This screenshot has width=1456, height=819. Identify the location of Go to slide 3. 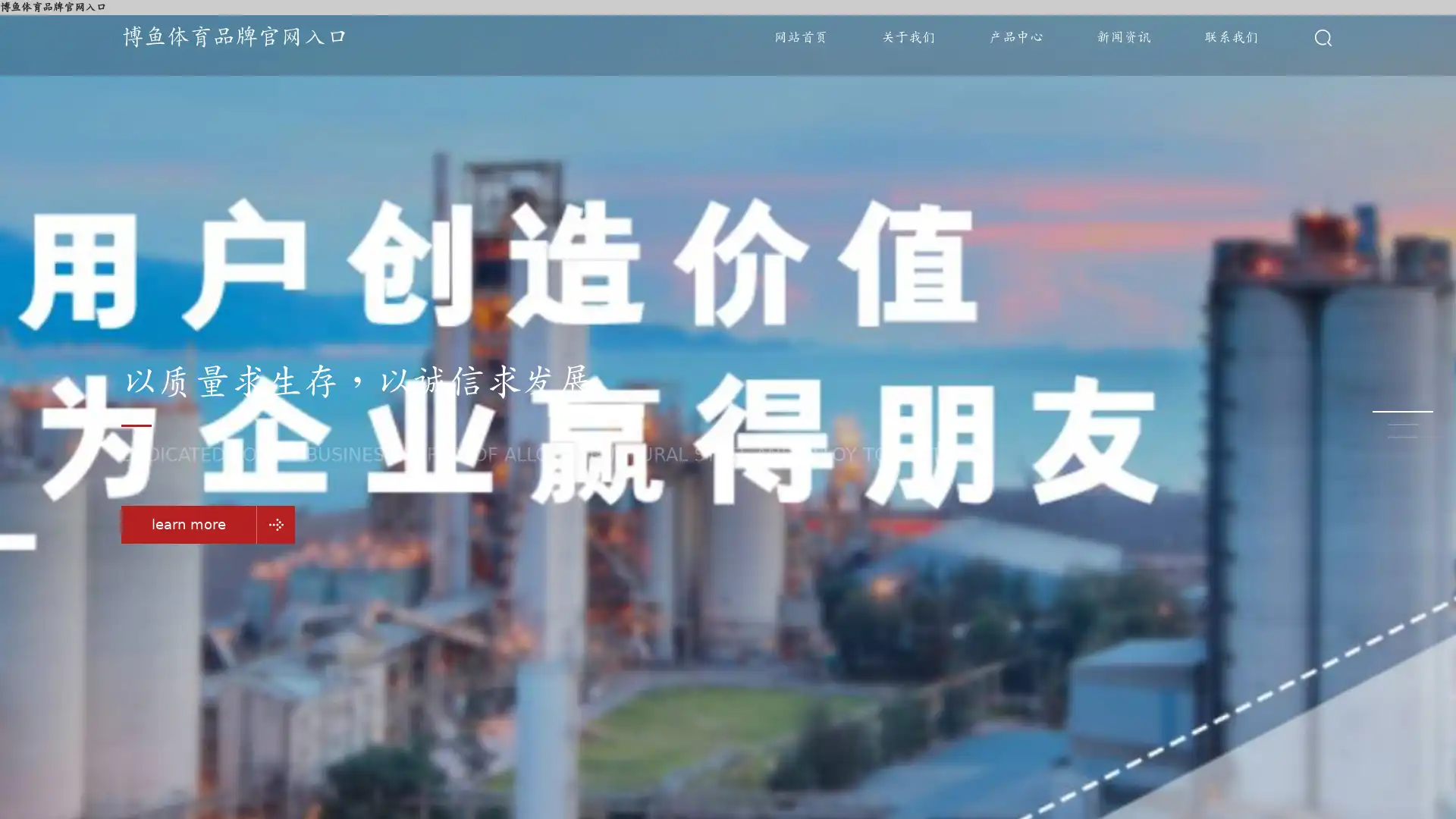
(1401, 438).